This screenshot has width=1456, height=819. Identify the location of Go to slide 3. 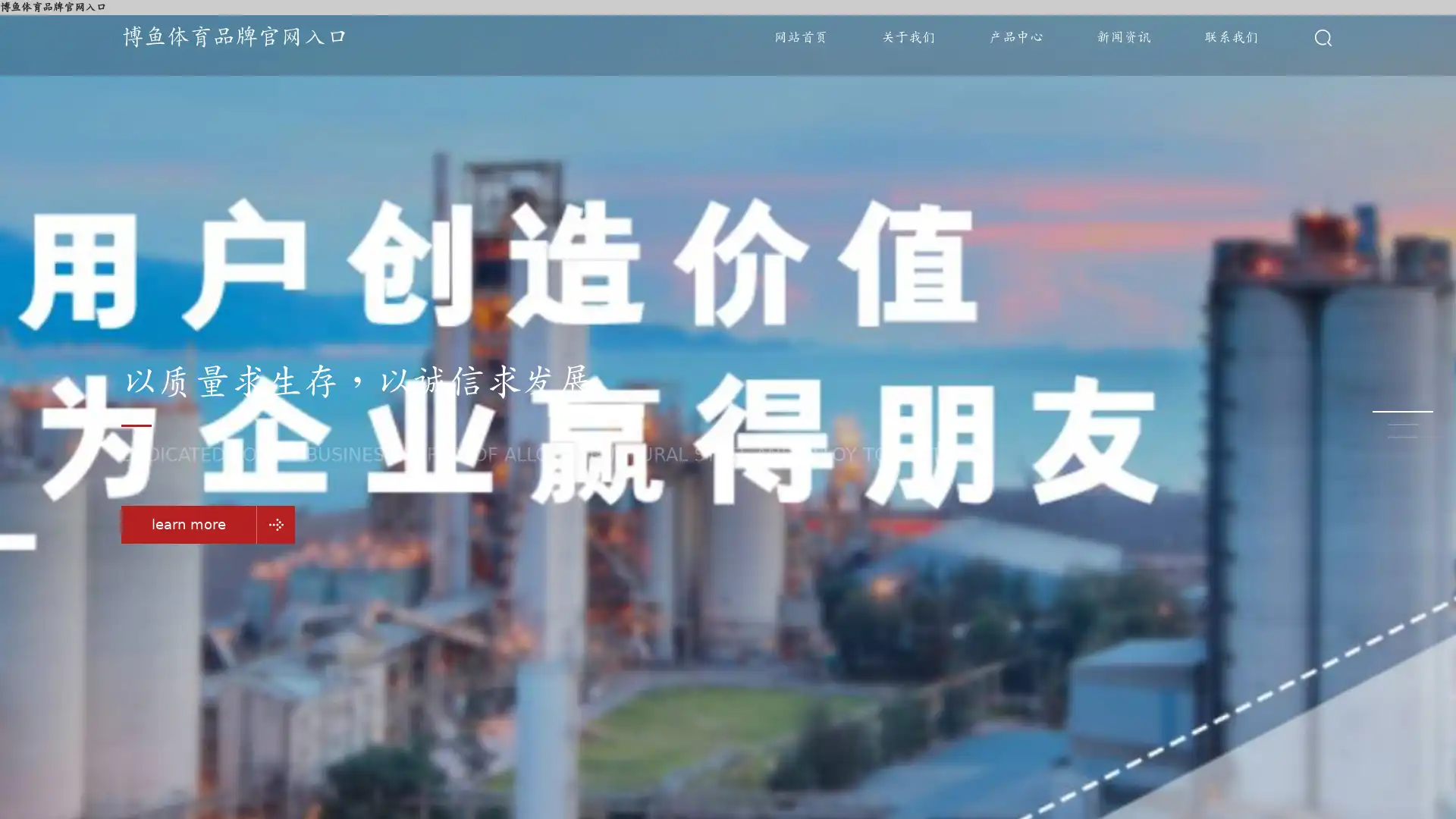
(1401, 438).